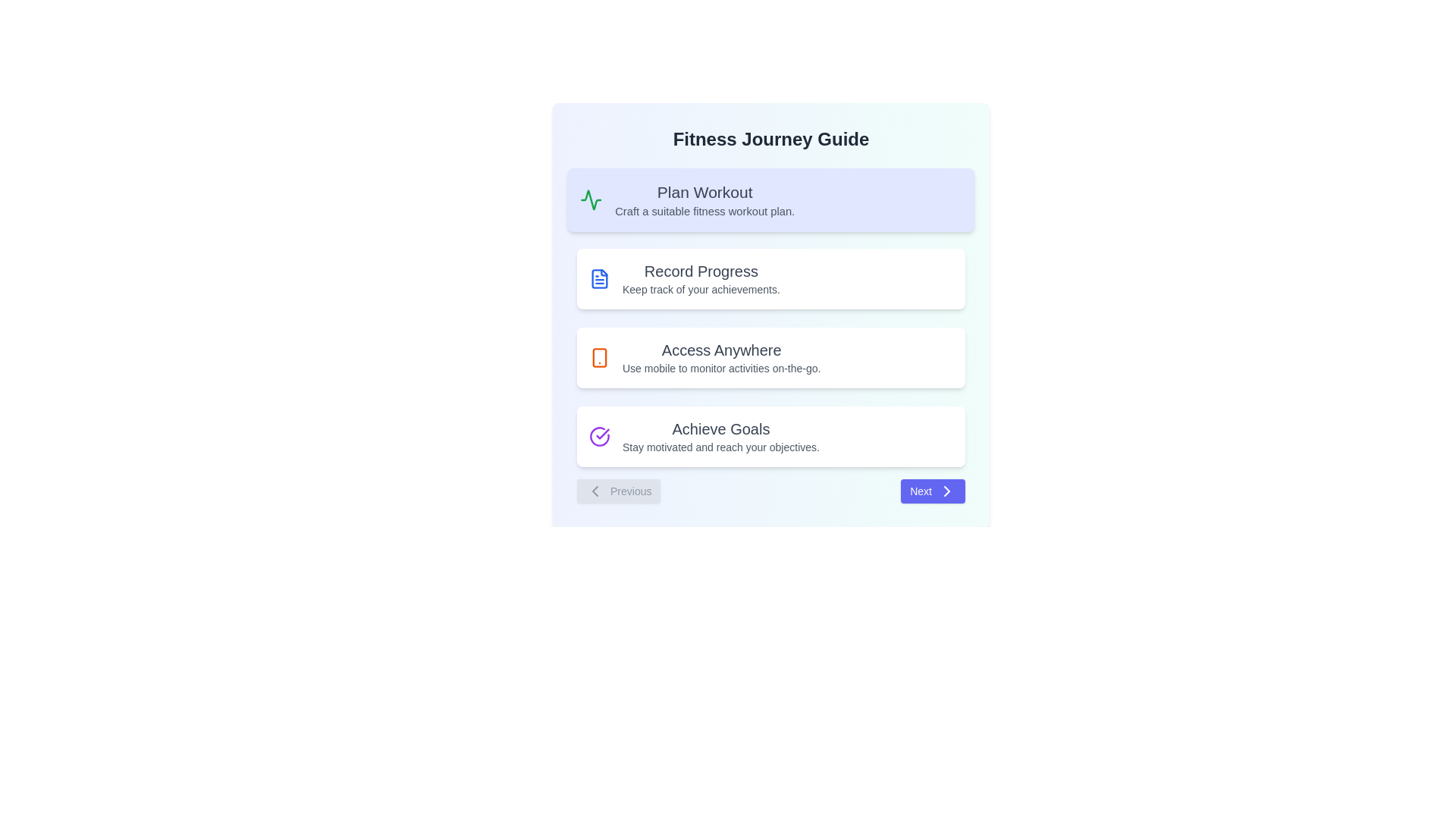 This screenshot has width=1456, height=819. Describe the element at coordinates (720, 436) in the screenshot. I see `the textual content element with the heading 'Achieve Goals' and subtext 'Stay motivated and reach your objectives.' located in the bottom-most card of the layout` at that location.